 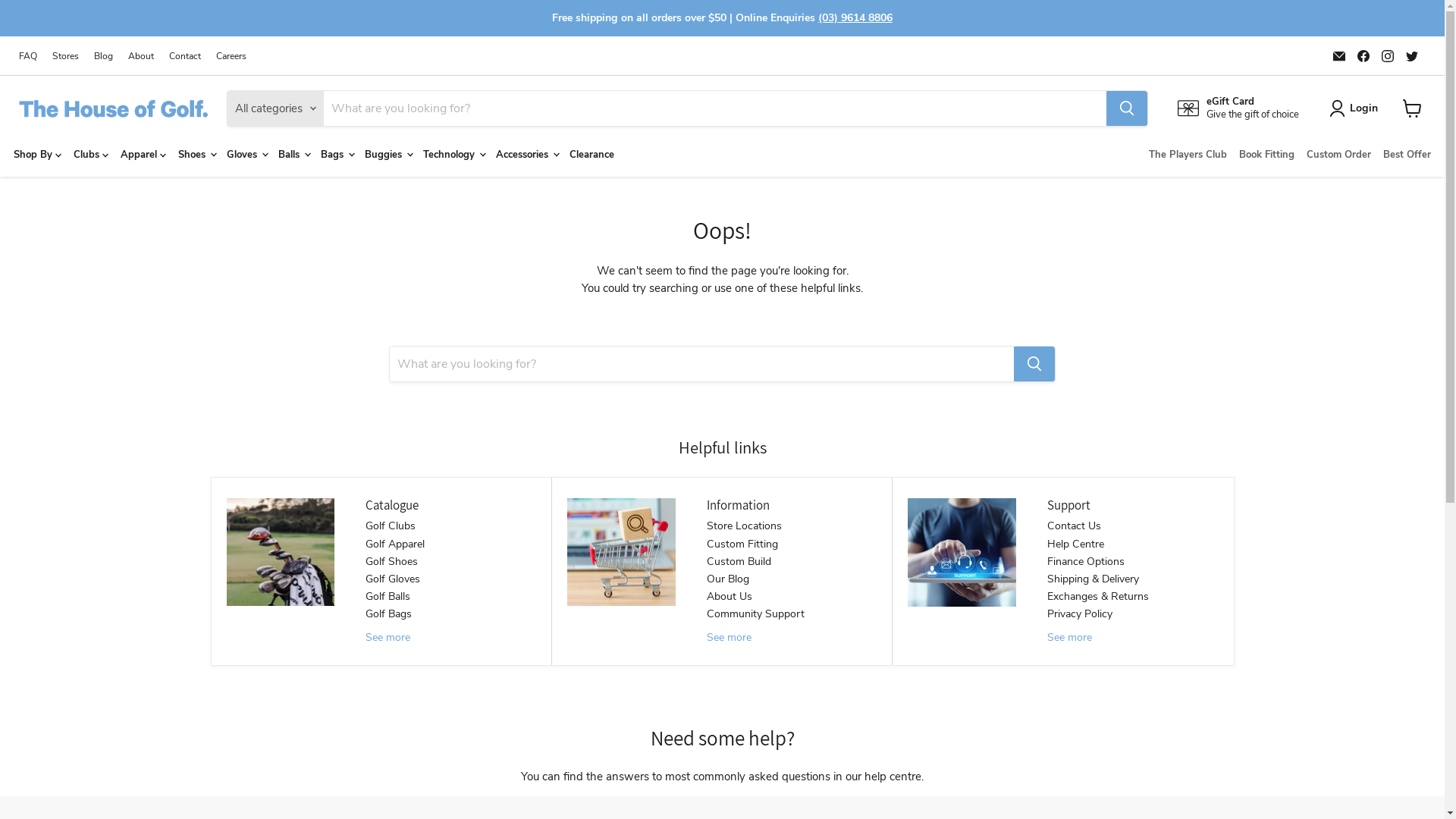 I want to click on 'Golf Gloves', so click(x=393, y=579).